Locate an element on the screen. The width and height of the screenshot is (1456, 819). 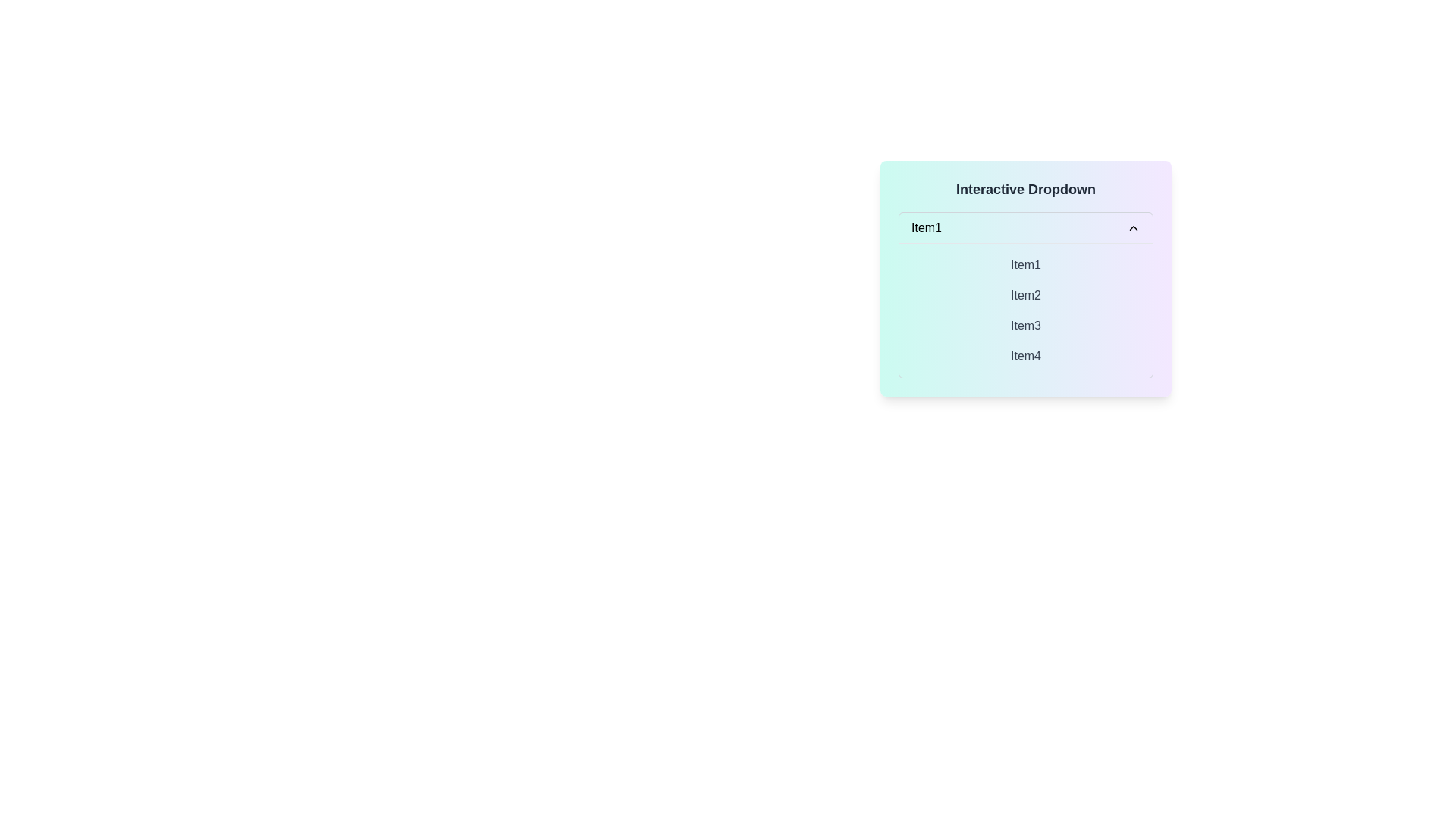
the upward-facing chevron icon located on the right side of the horizontal bar labeled 'Item1' is located at coordinates (1133, 227).